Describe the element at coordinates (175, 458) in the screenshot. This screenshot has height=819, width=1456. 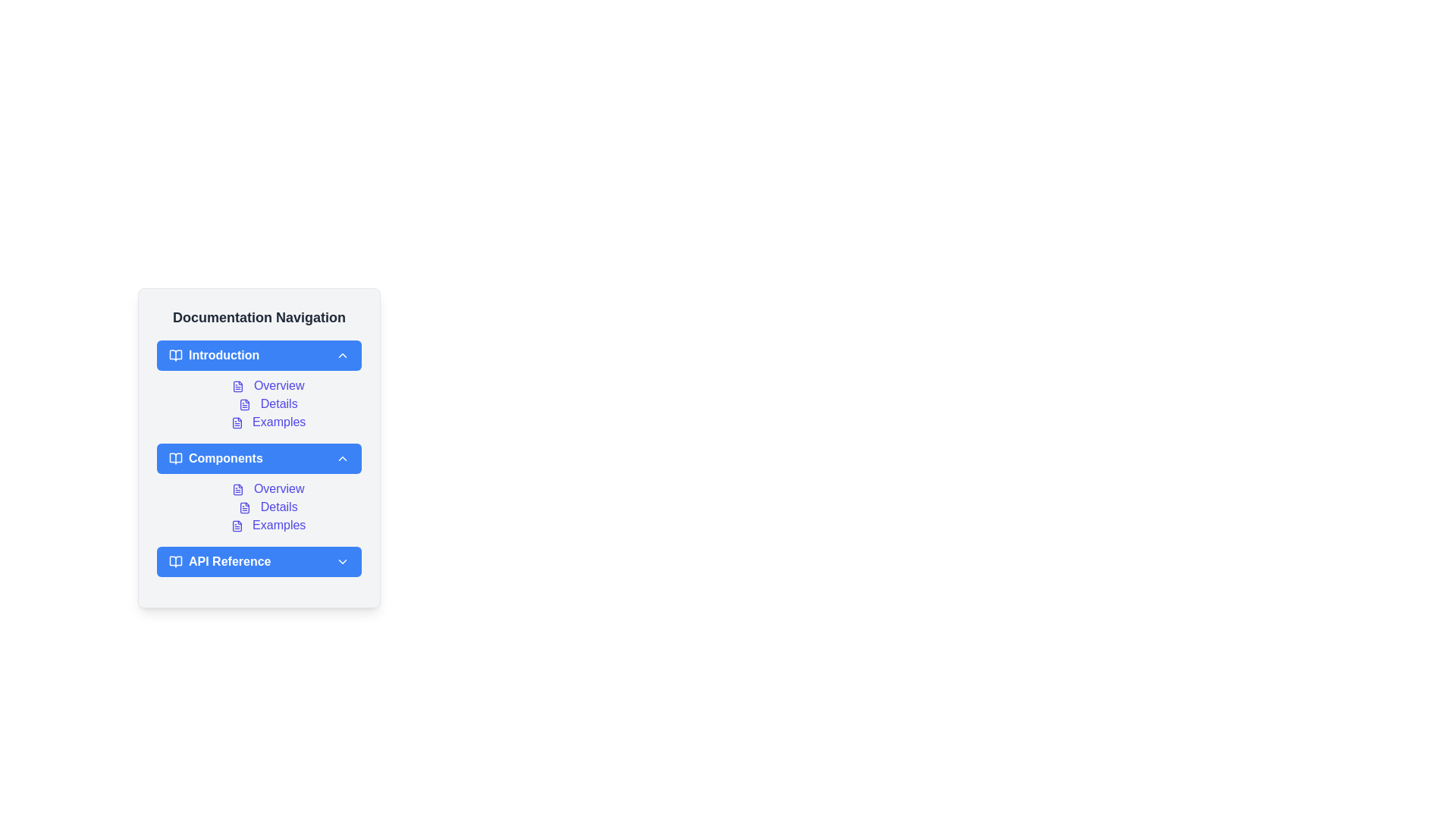
I see `the 'Components' icon in the sidebar navigation menu, which visually represents the 'Components' section and is located next to the 'Components' header` at that location.